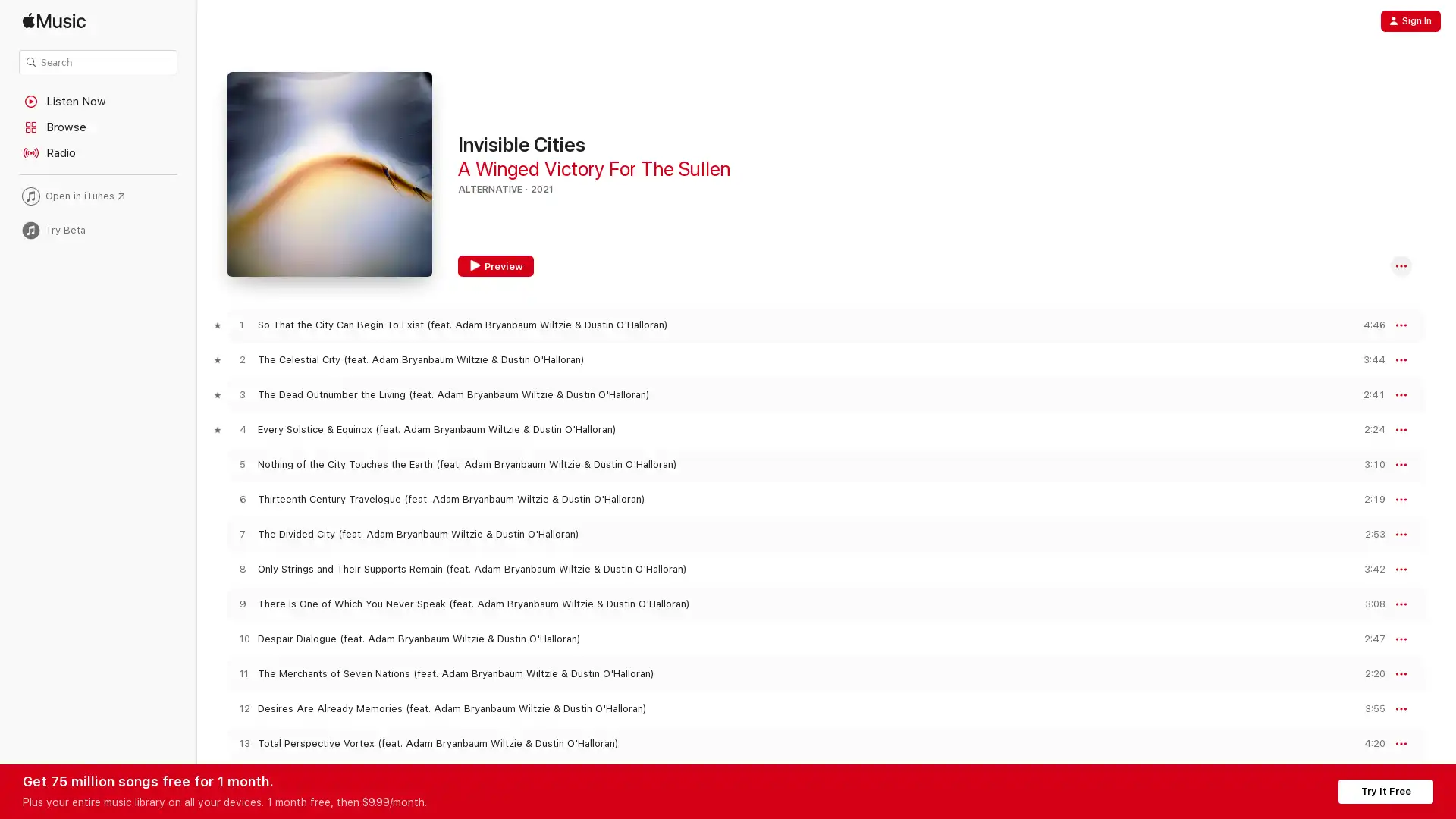  Describe the element at coordinates (1401, 359) in the screenshot. I see `More` at that location.